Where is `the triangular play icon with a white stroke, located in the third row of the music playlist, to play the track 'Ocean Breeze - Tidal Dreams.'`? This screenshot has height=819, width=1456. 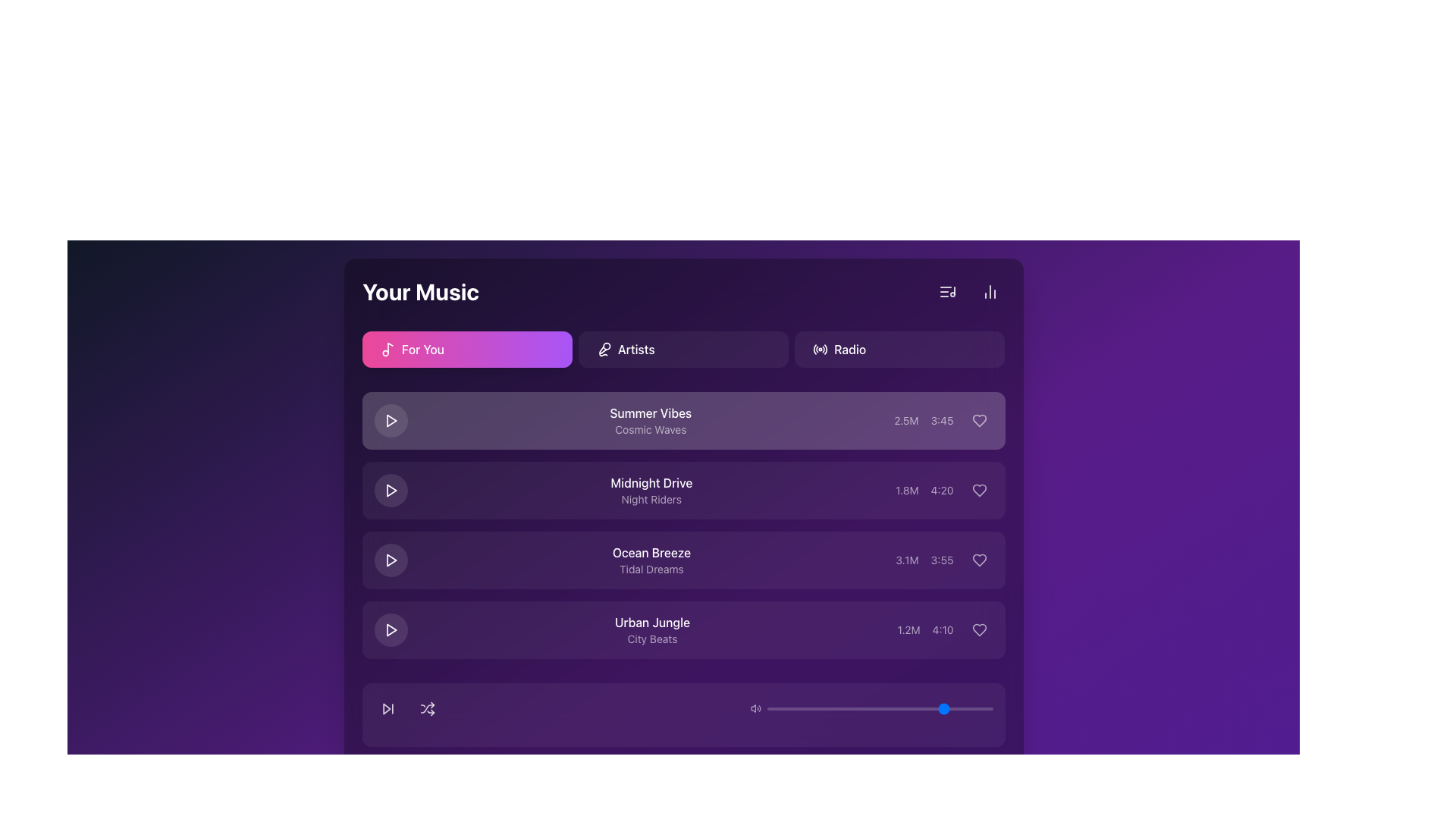 the triangular play icon with a white stroke, located in the third row of the music playlist, to play the track 'Ocean Breeze - Tidal Dreams.' is located at coordinates (391, 560).